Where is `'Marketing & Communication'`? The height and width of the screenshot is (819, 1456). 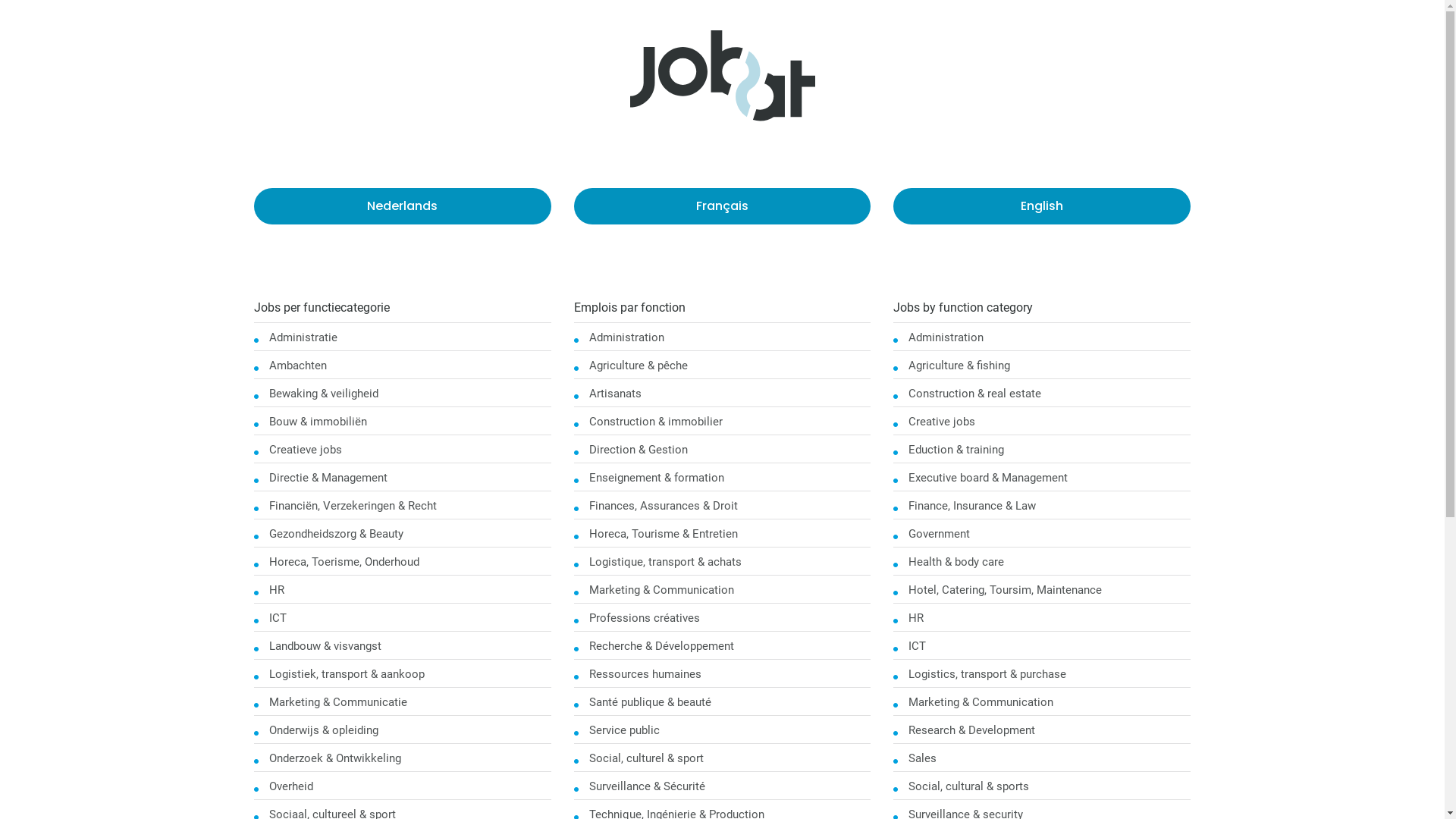 'Marketing & Communication' is located at coordinates (981, 701).